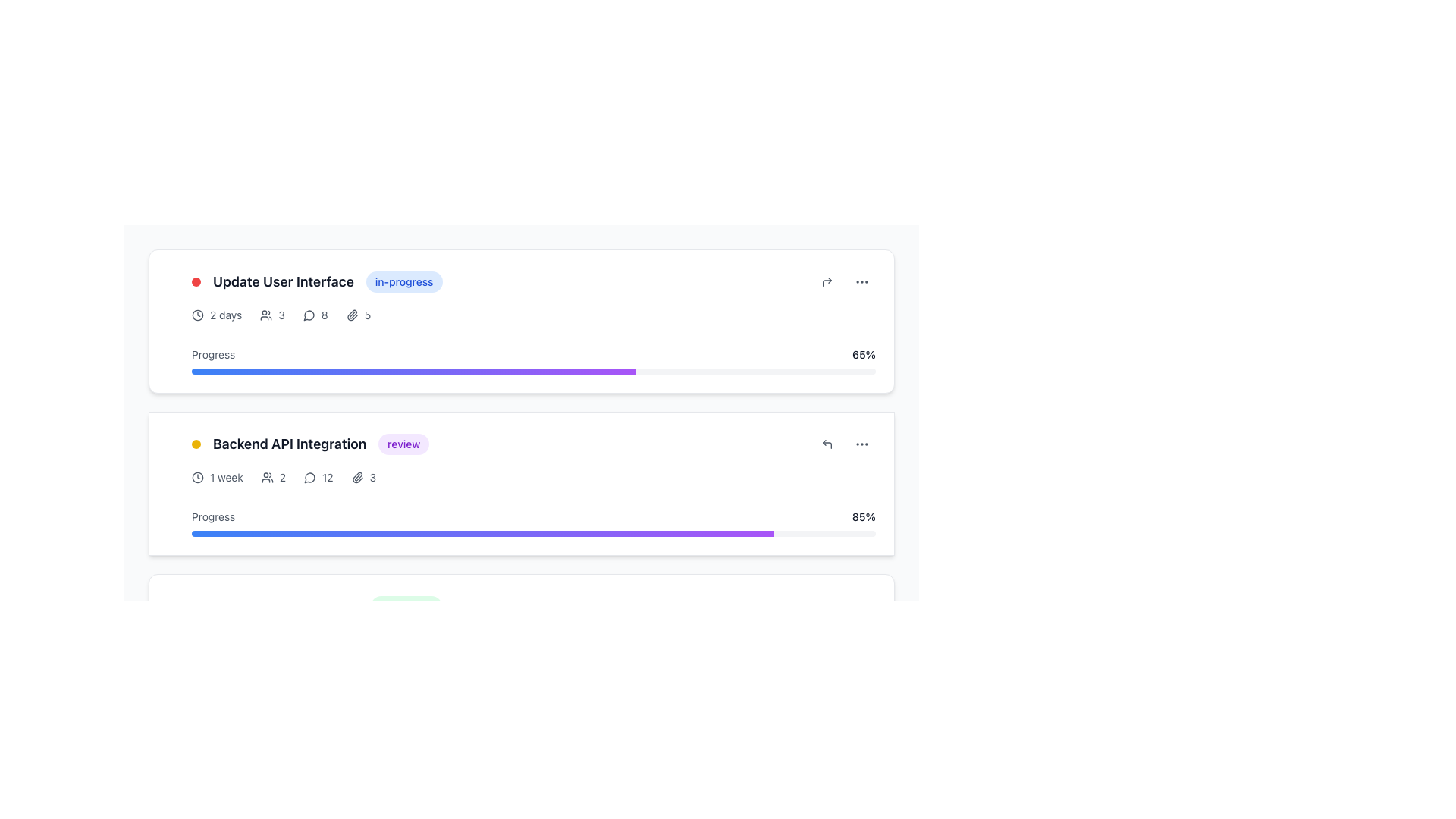 This screenshot has height=819, width=1456. What do you see at coordinates (216, 315) in the screenshot?
I see `the time information displayed in the temporal status Icon and text label grouping located in the top-left section of the 'Update User Interface' card` at bounding box center [216, 315].